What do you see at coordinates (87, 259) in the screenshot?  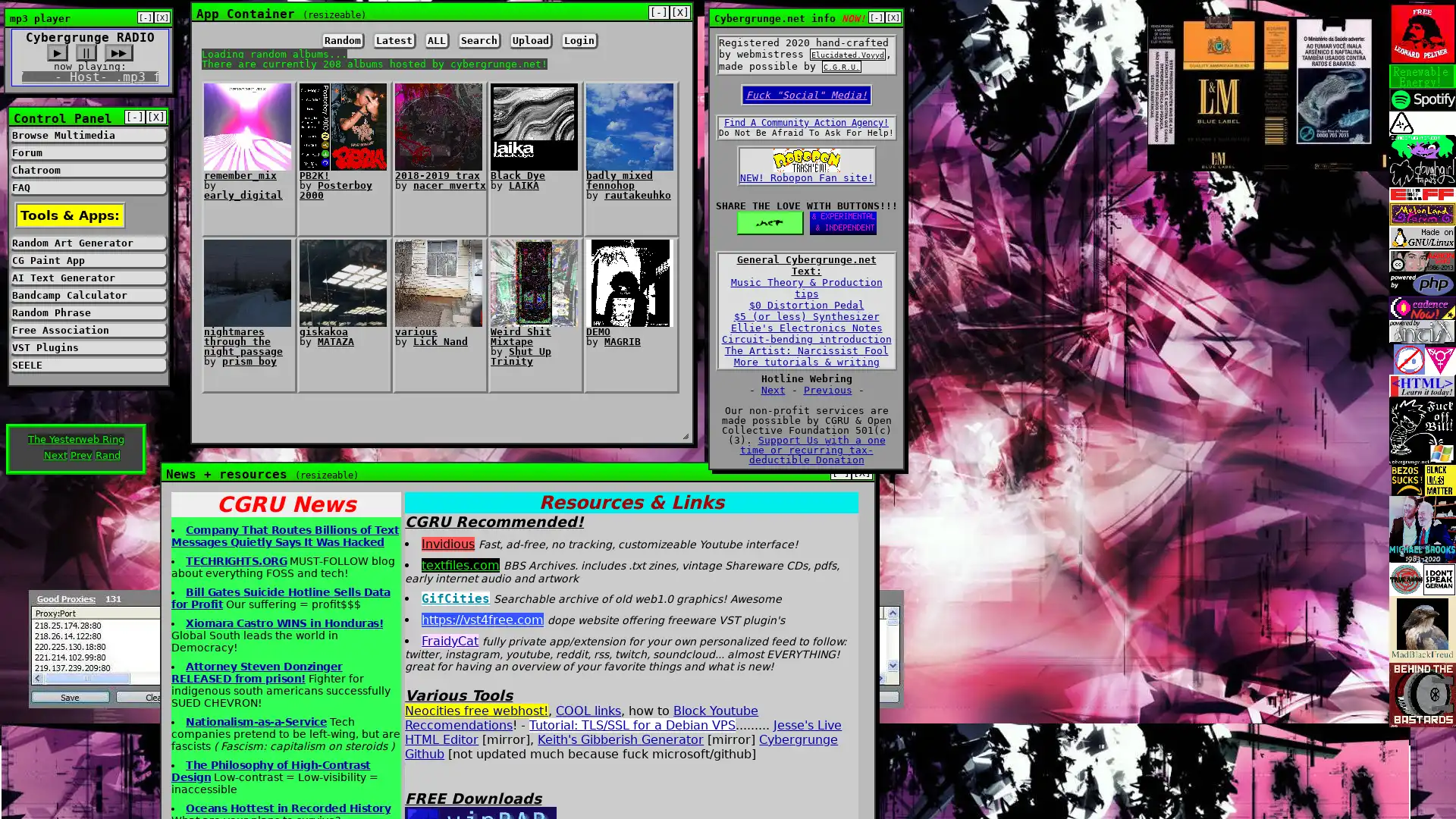 I see `CG Paint App` at bounding box center [87, 259].